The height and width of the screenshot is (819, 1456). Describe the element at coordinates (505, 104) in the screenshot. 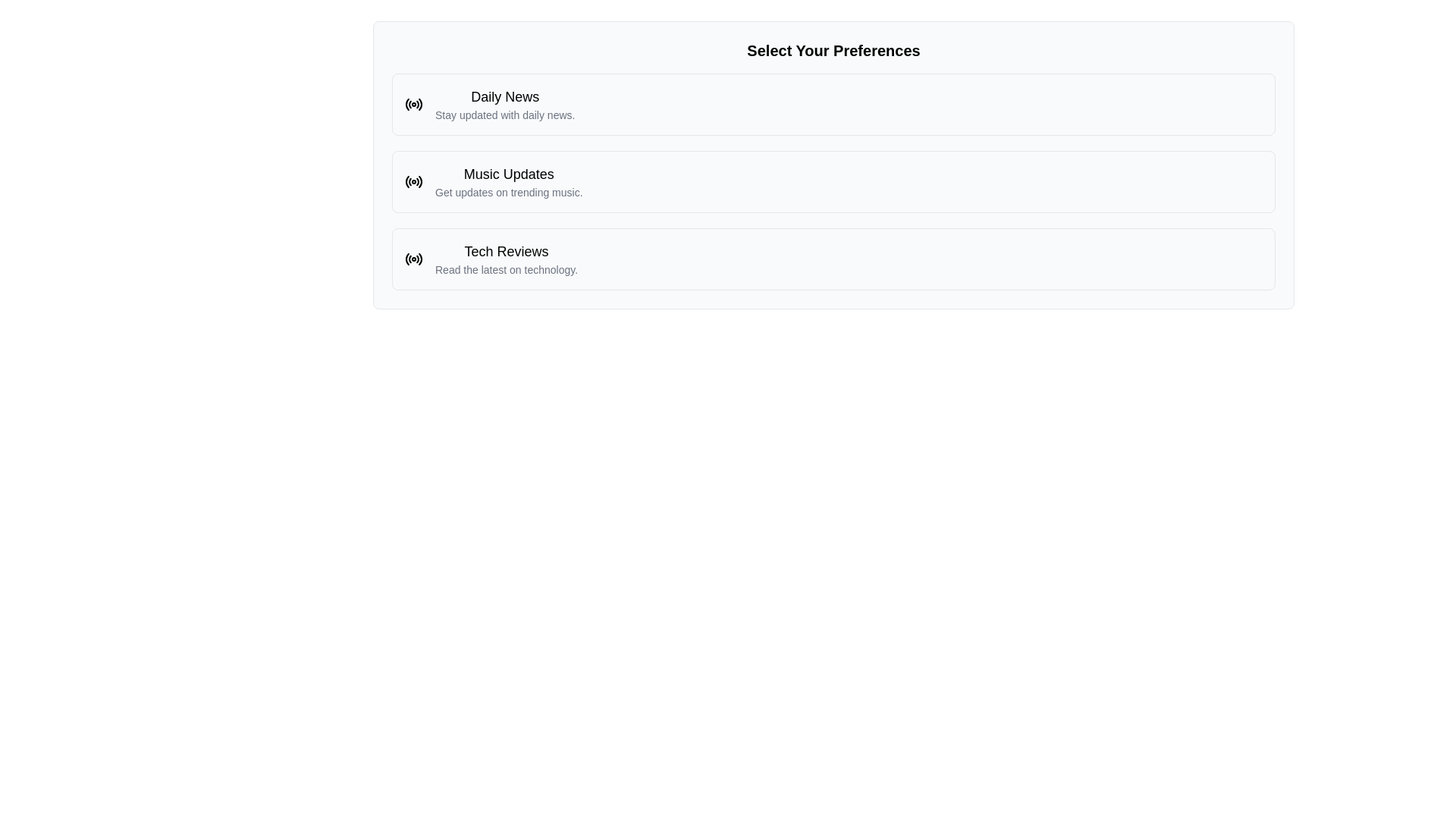

I see `the first clickable list item in the selection menu representing 'Daily News', which is displayed in the middle of the interface` at that location.